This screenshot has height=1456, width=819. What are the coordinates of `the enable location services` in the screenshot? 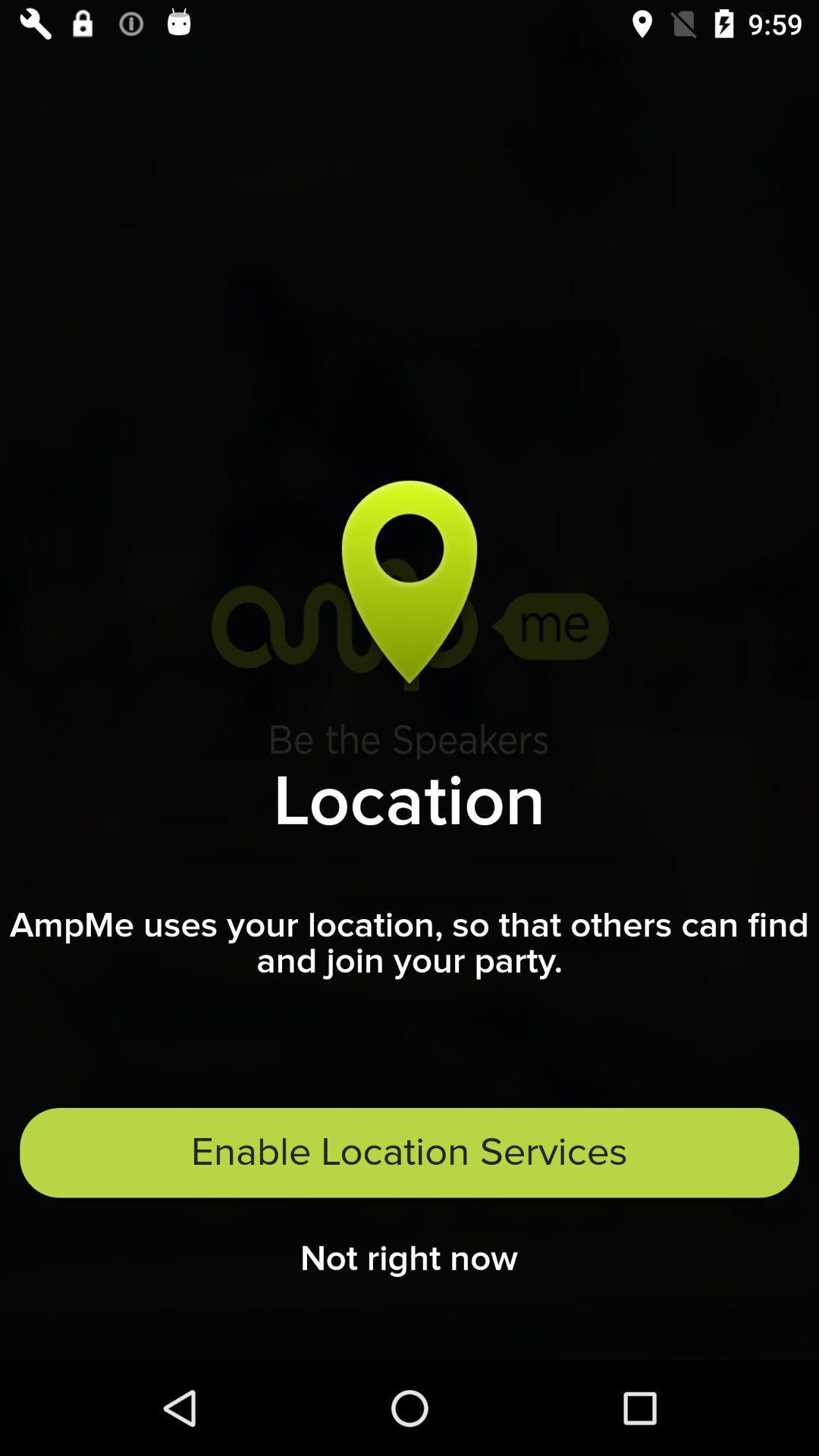 It's located at (409, 1153).